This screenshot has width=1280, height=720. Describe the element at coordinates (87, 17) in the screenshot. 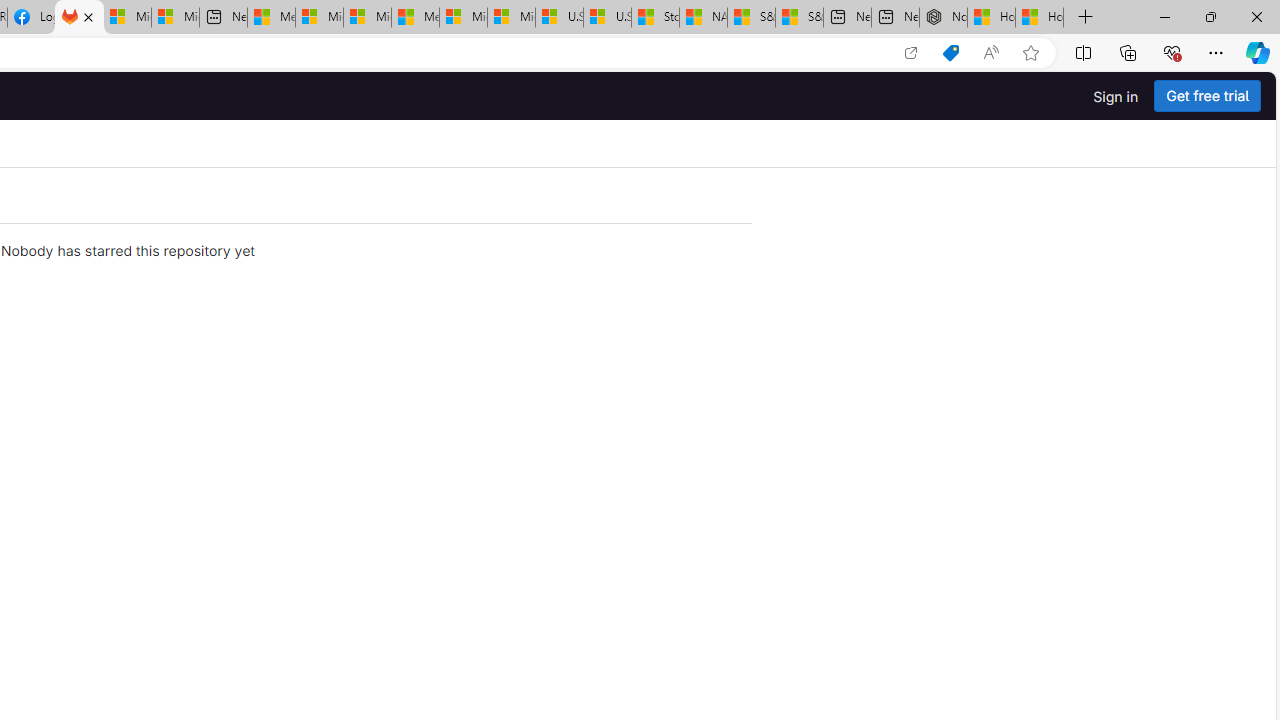

I see `'Close tab'` at that location.